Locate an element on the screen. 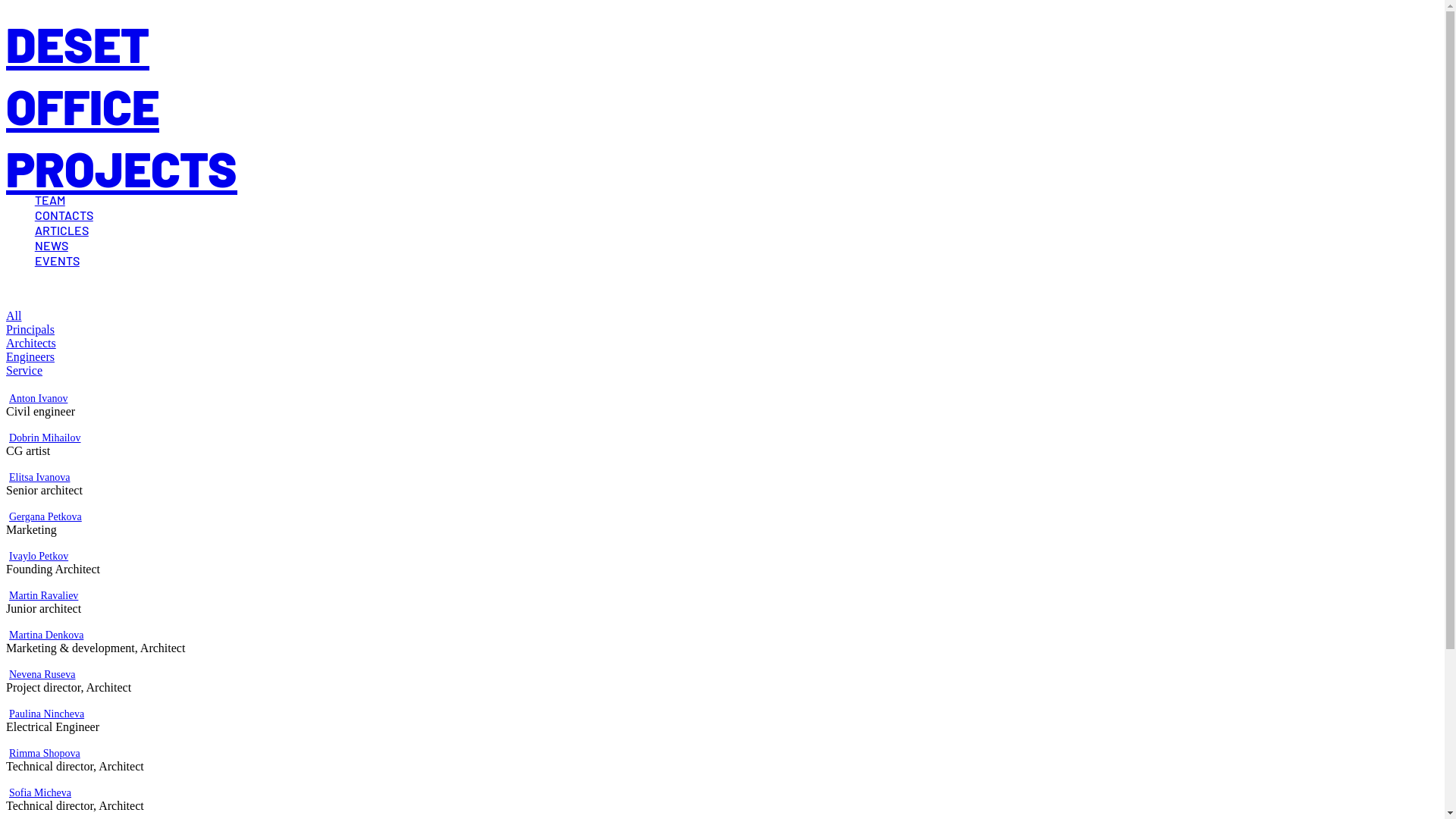  'OFFICE' is located at coordinates (82, 105).